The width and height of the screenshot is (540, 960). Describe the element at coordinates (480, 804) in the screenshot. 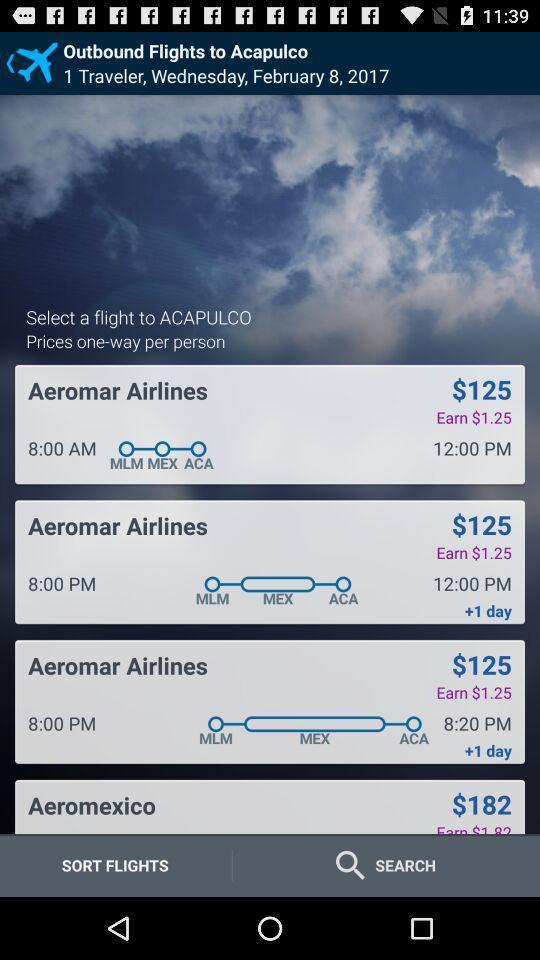

I see `icon below +1 day icon` at that location.